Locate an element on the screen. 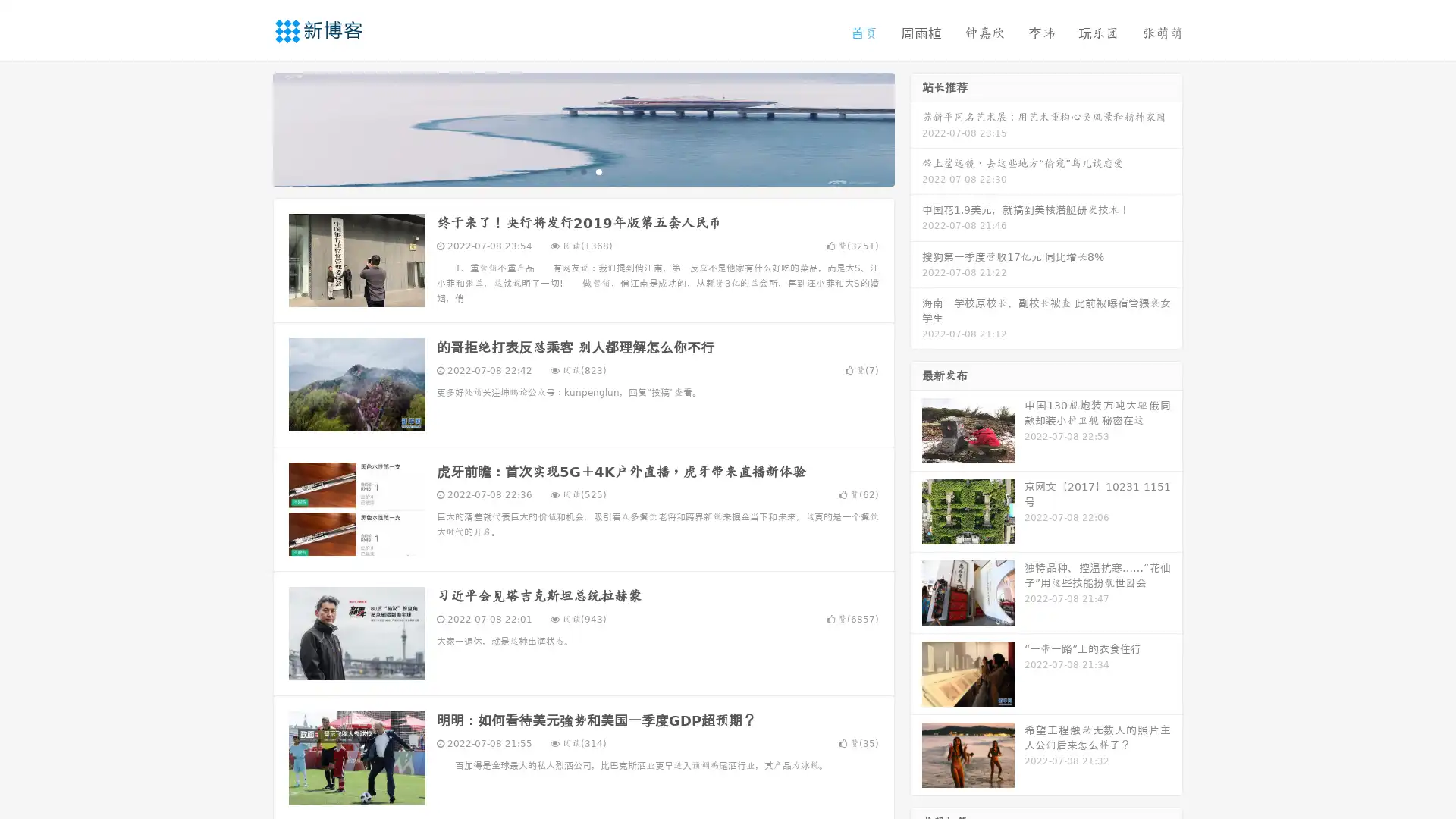 Image resolution: width=1456 pixels, height=819 pixels. Go to slide 3 is located at coordinates (598, 171).